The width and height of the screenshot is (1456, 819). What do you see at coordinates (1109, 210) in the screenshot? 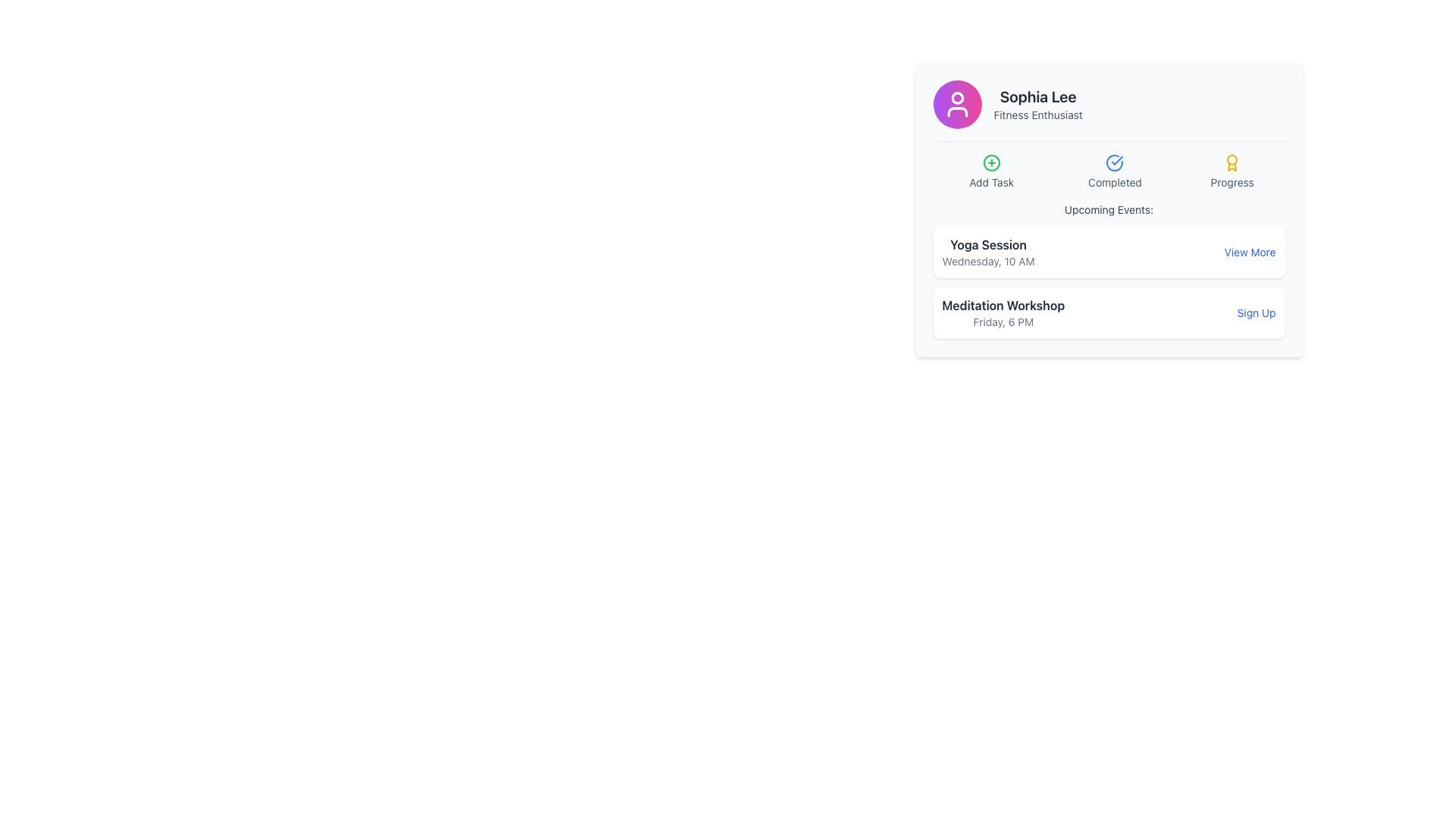
I see `the text label that reads 'Upcoming Events:', which is styled in gray and positioned at the top of the card interface displaying user details and activities` at bounding box center [1109, 210].